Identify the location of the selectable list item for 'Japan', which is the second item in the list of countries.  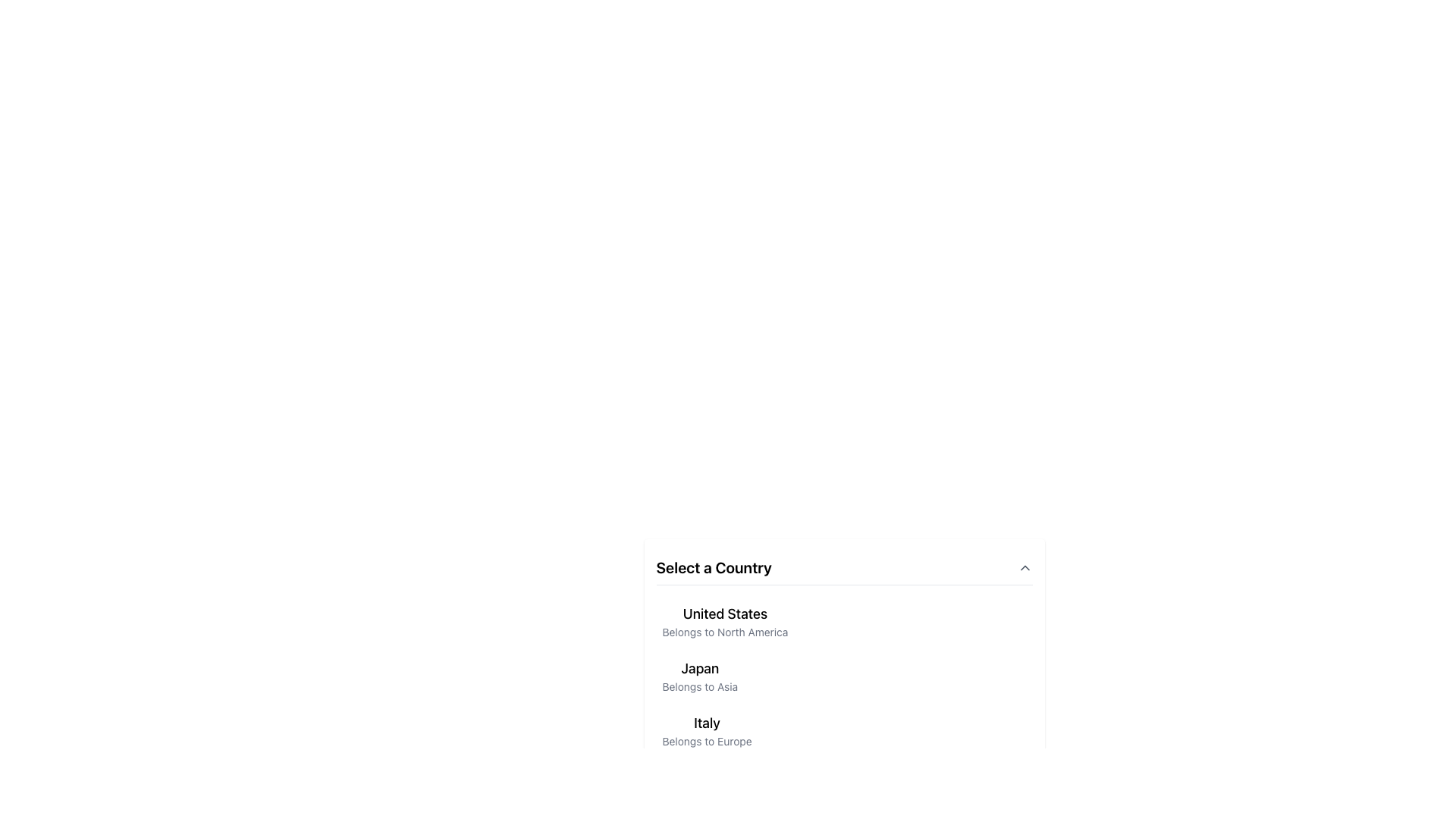
(699, 675).